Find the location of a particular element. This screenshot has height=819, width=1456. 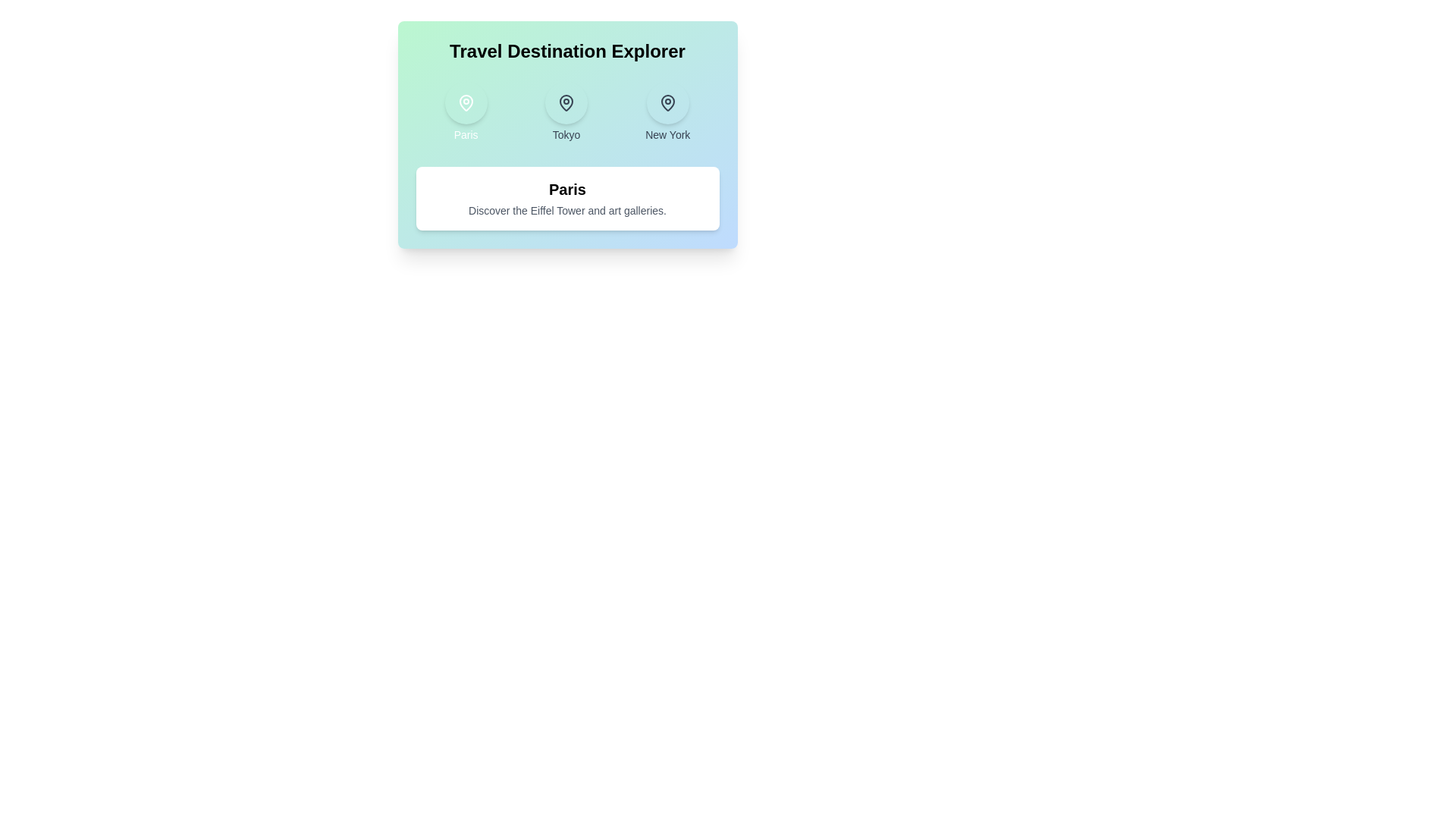

the text label displaying 'Paris' located within a gradient card in the top center section of the interface is located at coordinates (465, 133).